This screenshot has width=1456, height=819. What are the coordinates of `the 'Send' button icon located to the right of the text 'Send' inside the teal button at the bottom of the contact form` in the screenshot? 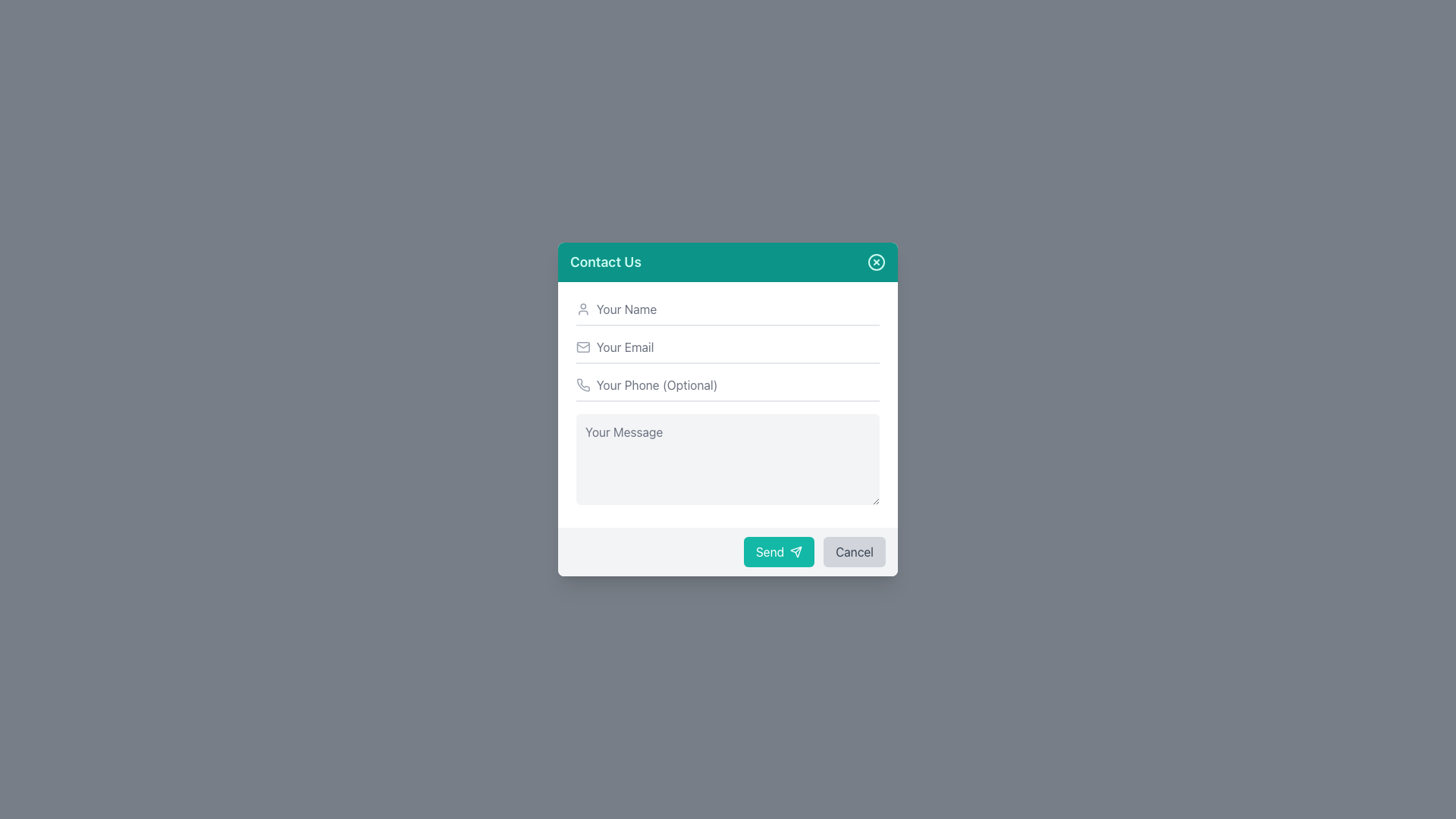 It's located at (795, 552).